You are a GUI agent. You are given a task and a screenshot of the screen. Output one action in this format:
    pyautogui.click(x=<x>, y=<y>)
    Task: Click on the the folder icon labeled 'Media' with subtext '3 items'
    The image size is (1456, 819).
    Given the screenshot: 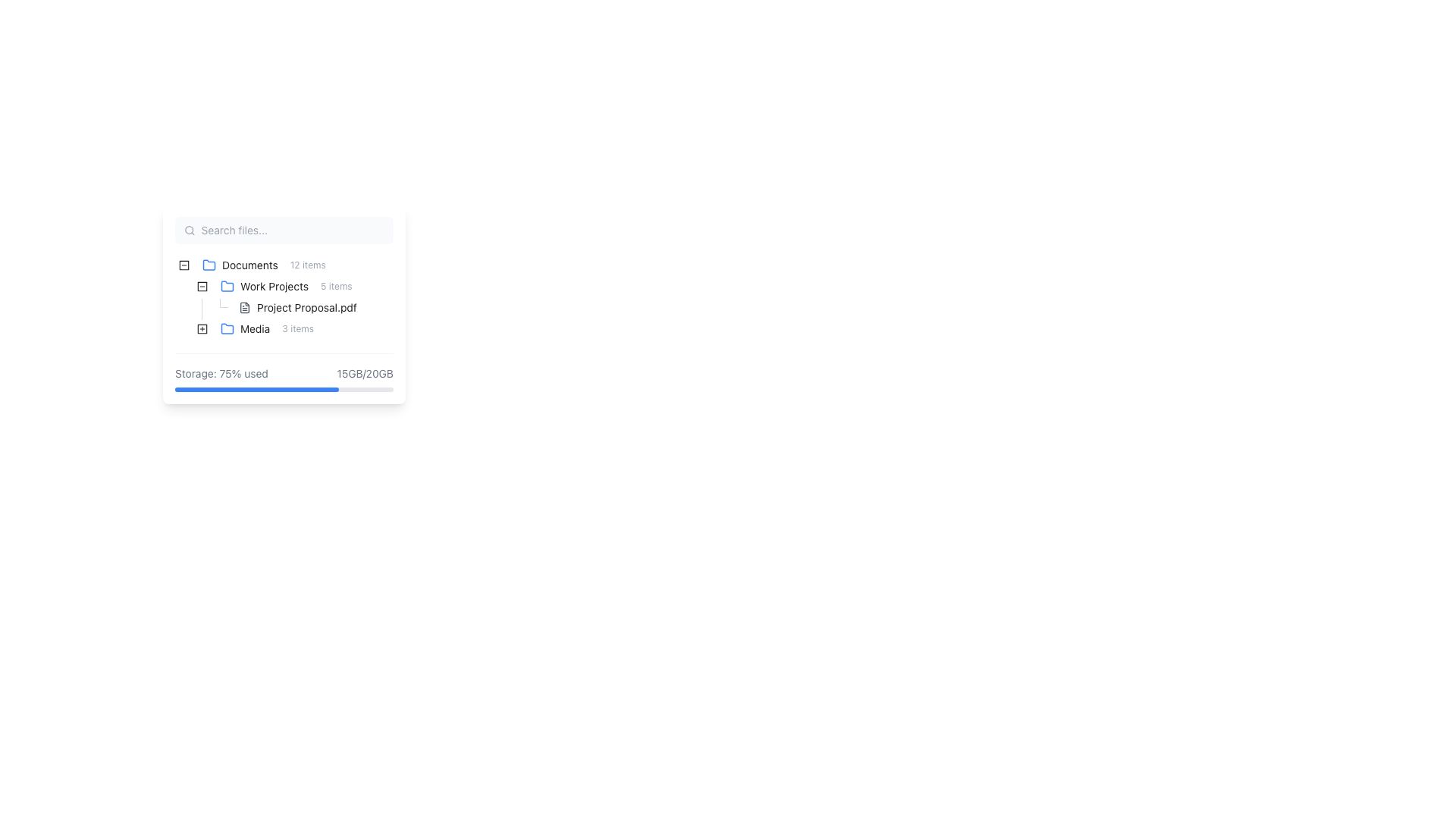 What is the action you would take?
    pyautogui.click(x=247, y=328)
    